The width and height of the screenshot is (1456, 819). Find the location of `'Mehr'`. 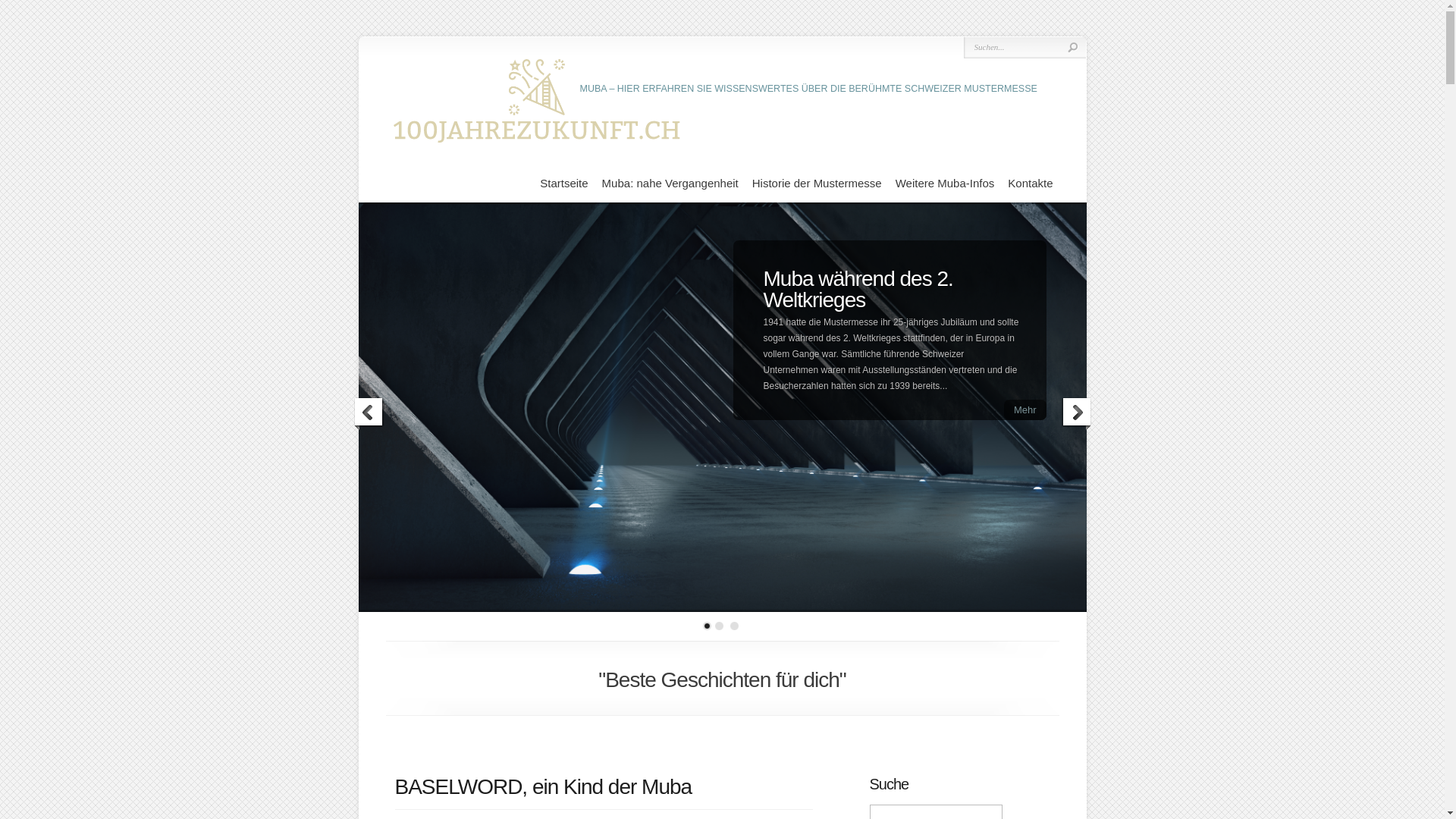

'Mehr' is located at coordinates (1025, 409).